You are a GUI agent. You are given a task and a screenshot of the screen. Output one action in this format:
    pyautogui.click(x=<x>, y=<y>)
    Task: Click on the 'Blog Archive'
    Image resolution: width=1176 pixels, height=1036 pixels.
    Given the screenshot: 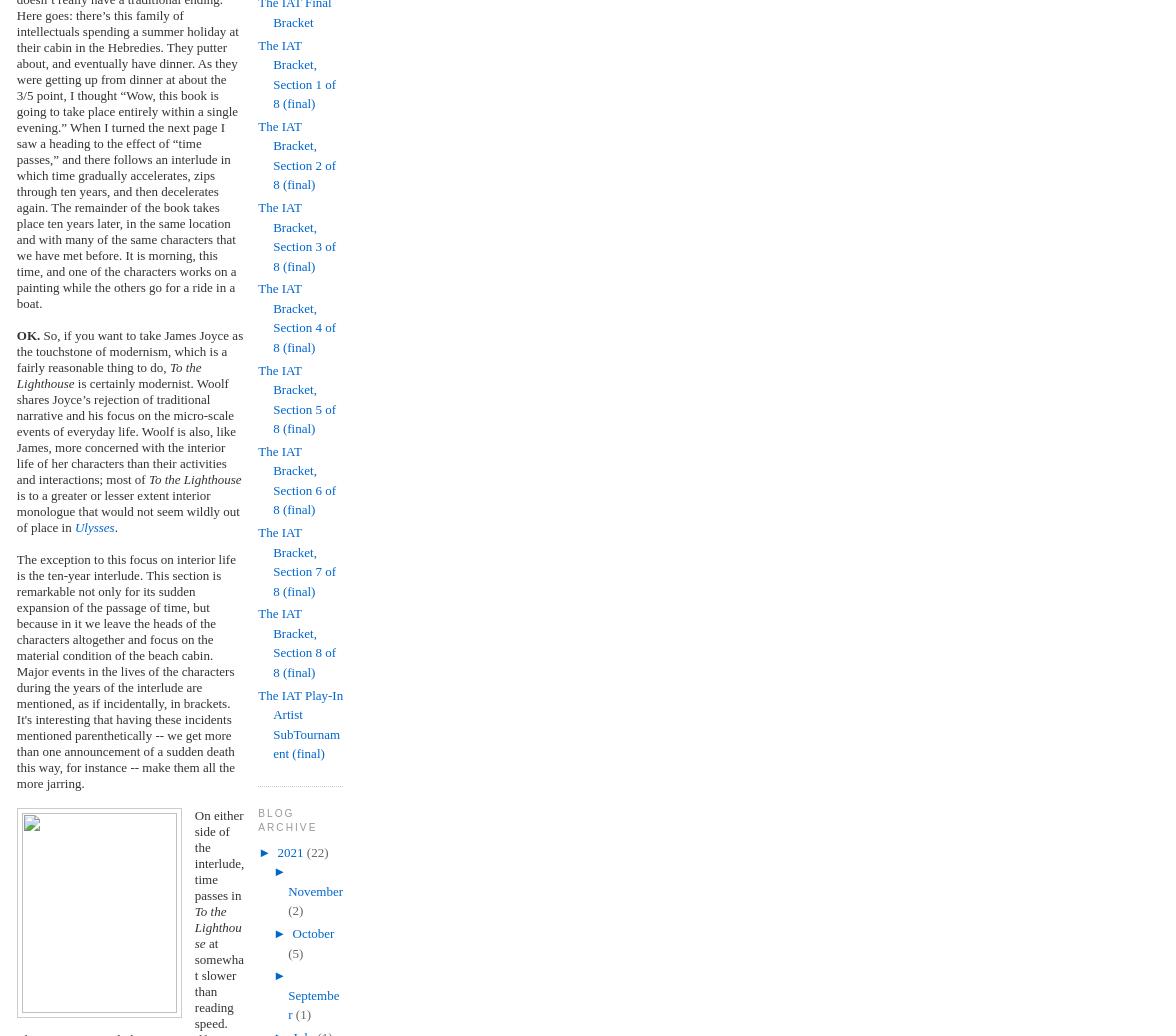 What is the action you would take?
    pyautogui.click(x=287, y=819)
    